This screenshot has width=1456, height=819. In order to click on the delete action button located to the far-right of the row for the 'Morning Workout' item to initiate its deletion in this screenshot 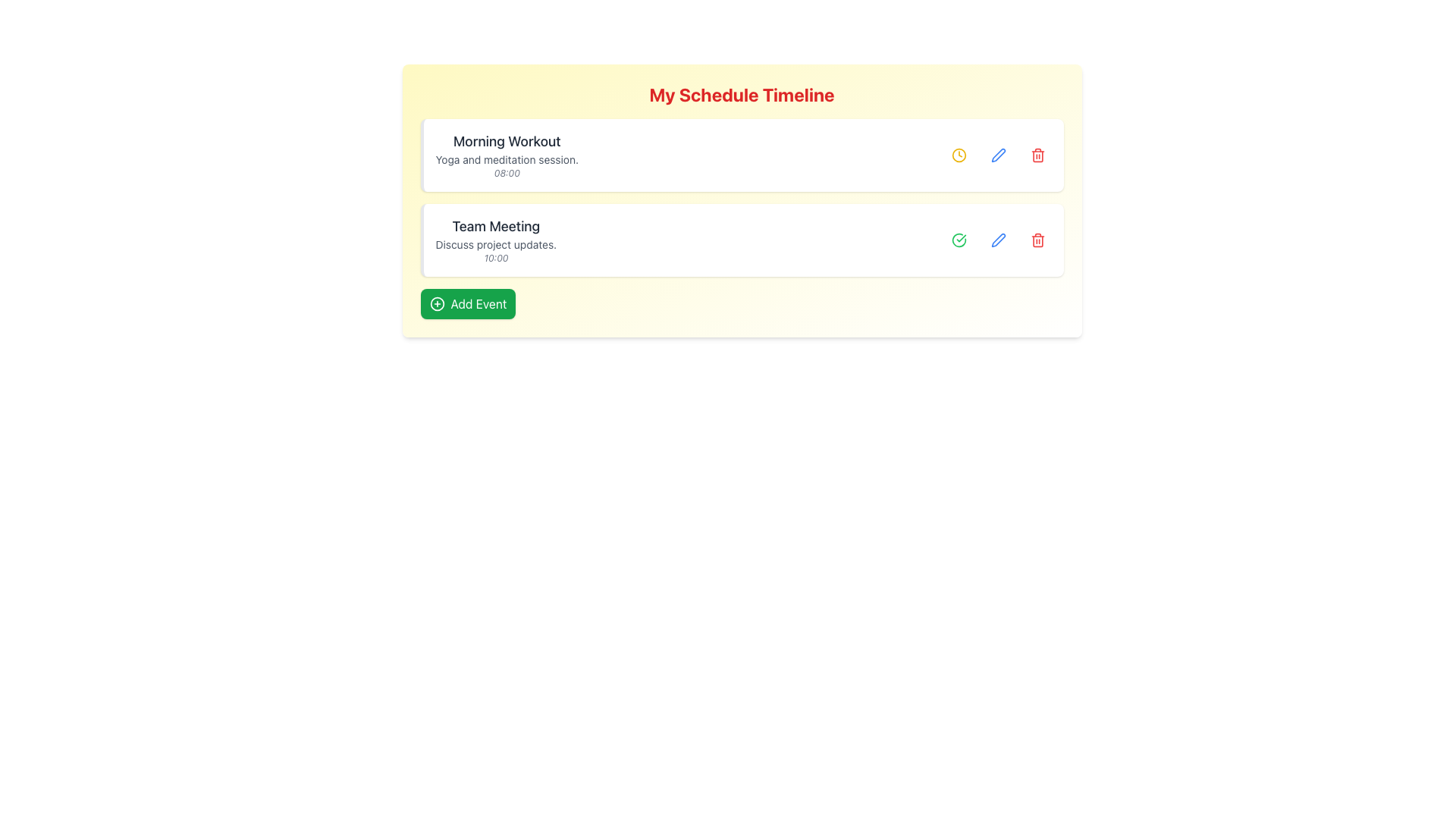, I will do `click(1037, 155)`.